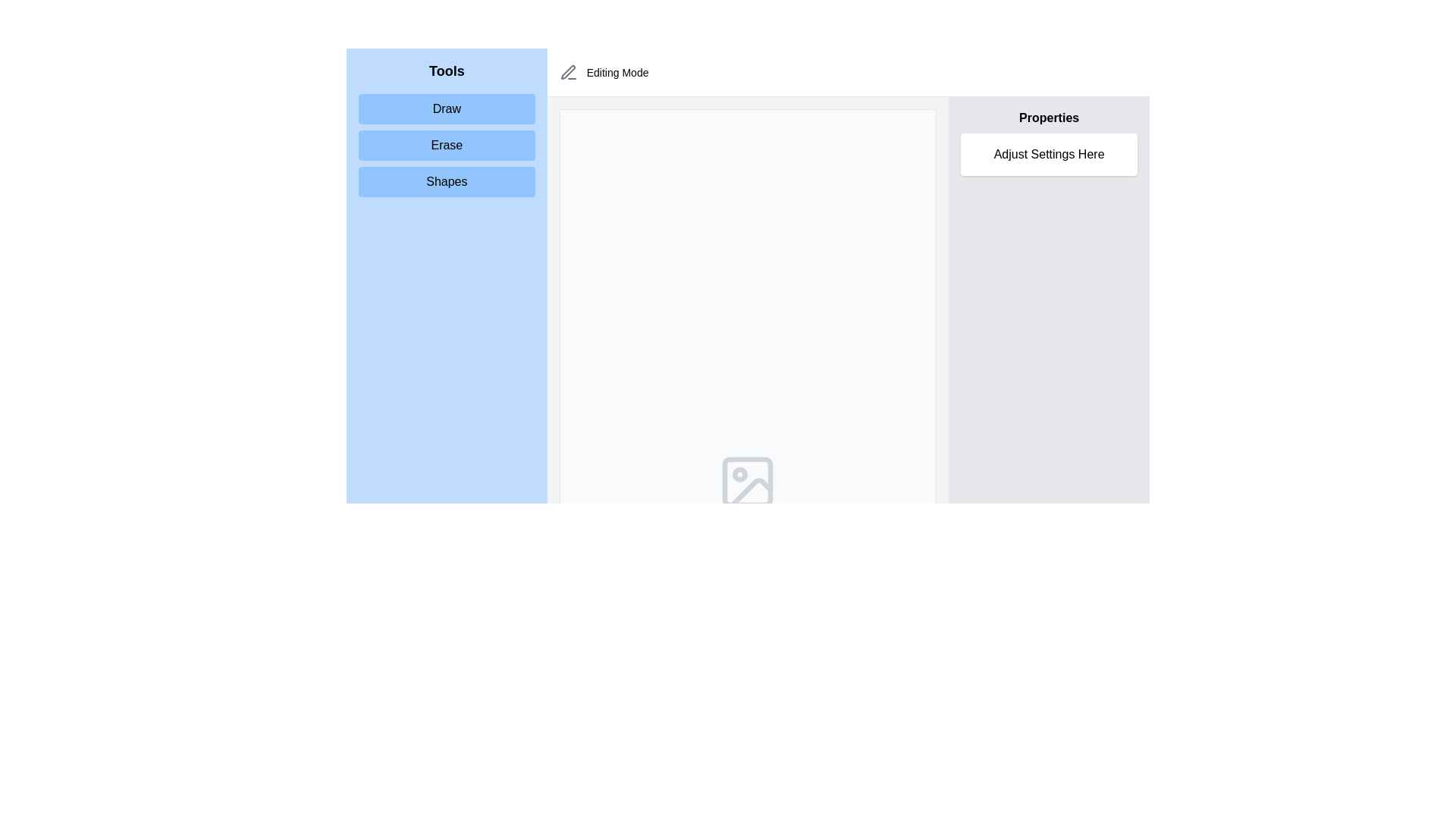 The width and height of the screenshot is (1456, 819). I want to click on the Text Label that displays 'Adjust Settings Here', which is a rectangular white box with rounded corners located in the 'Properties' section, so click(1048, 155).